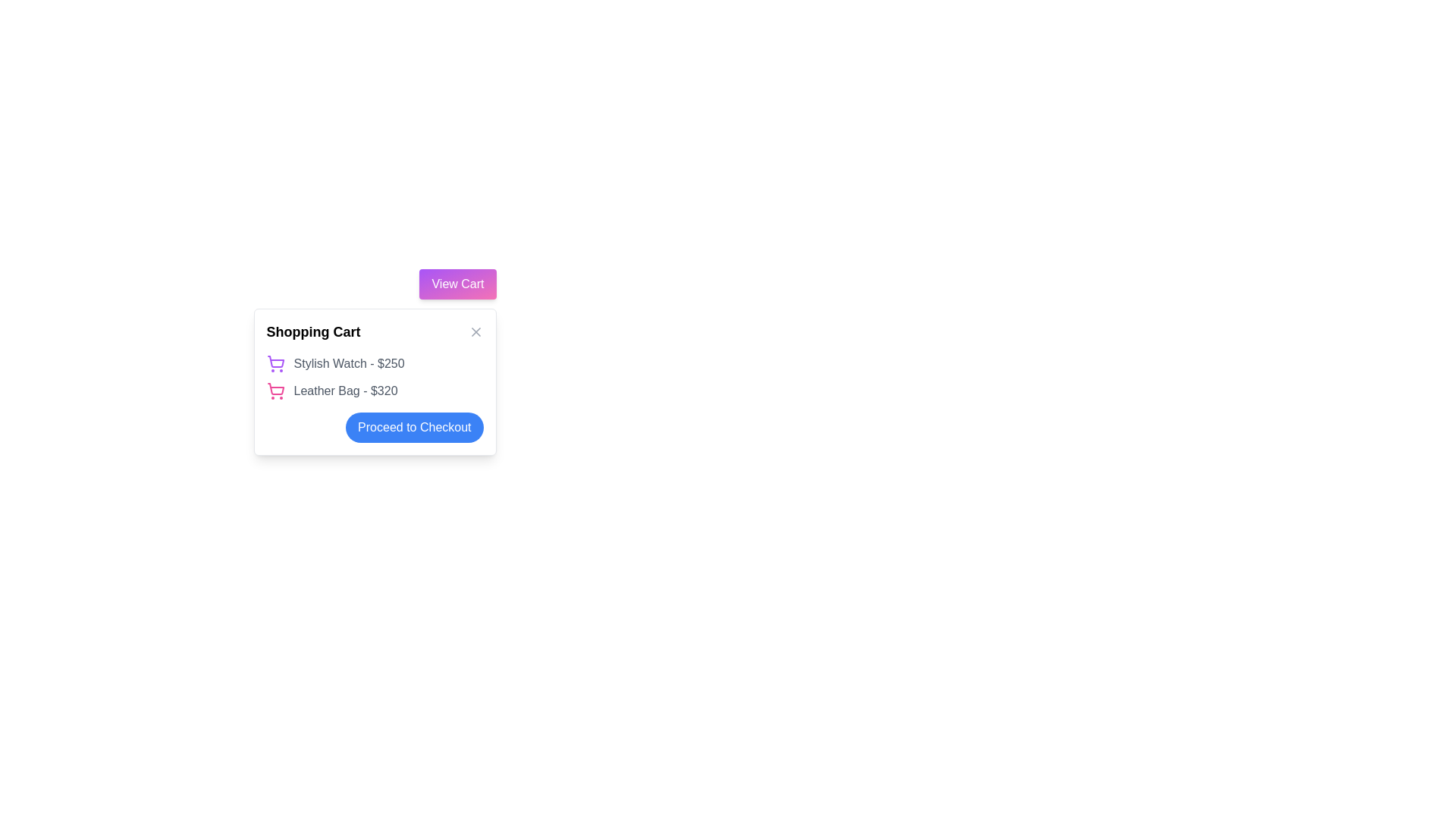 Image resolution: width=1456 pixels, height=819 pixels. I want to click on the 'X' shaped SVG graphical element used for close or cancel operations, located in the top-right corner of the shopping cart interface, so click(475, 331).